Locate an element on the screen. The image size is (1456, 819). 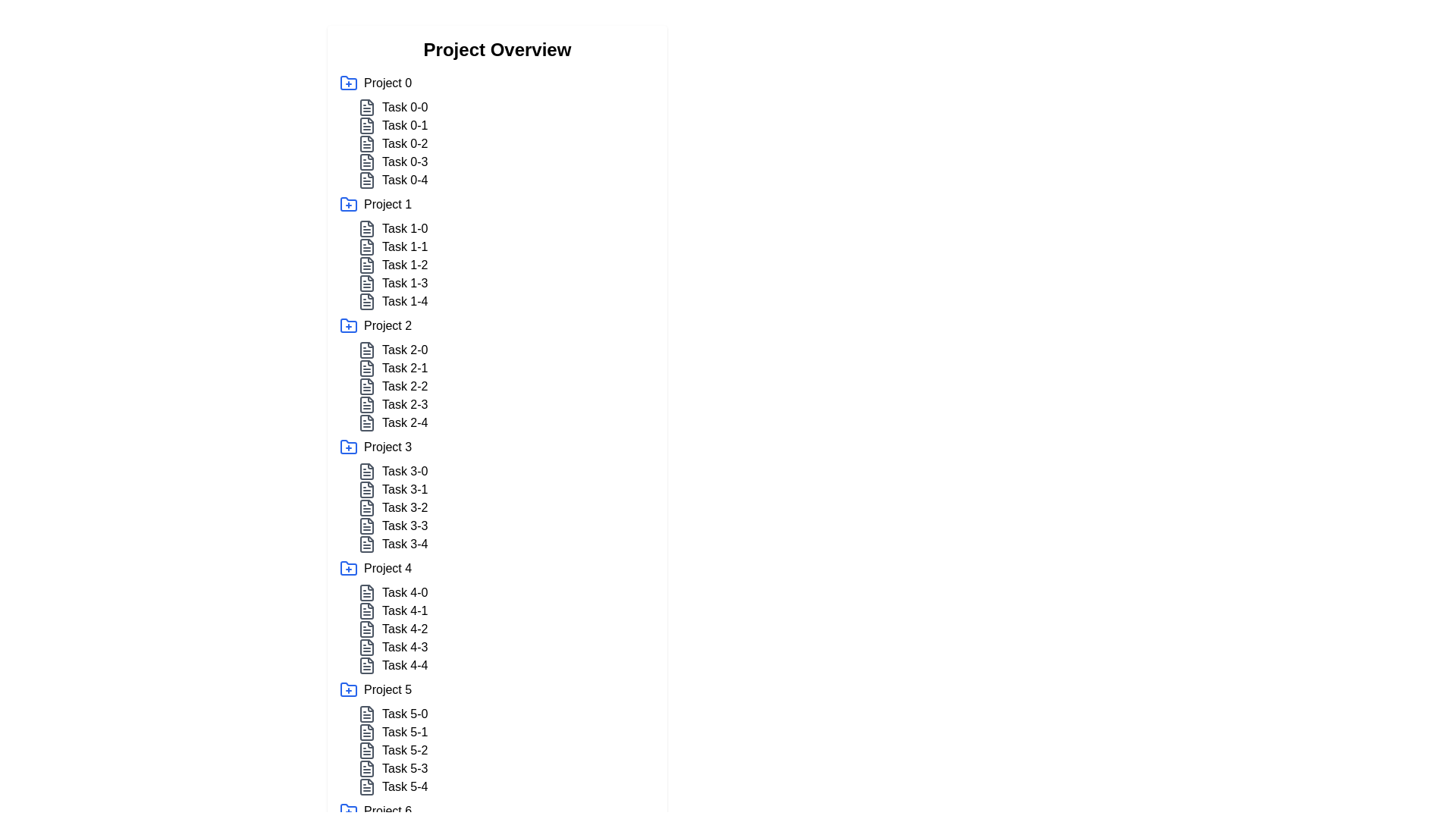
the text label displaying 'Task 2-0' in the 'Project 2' section of the 'Project Overview' list is located at coordinates (405, 350).